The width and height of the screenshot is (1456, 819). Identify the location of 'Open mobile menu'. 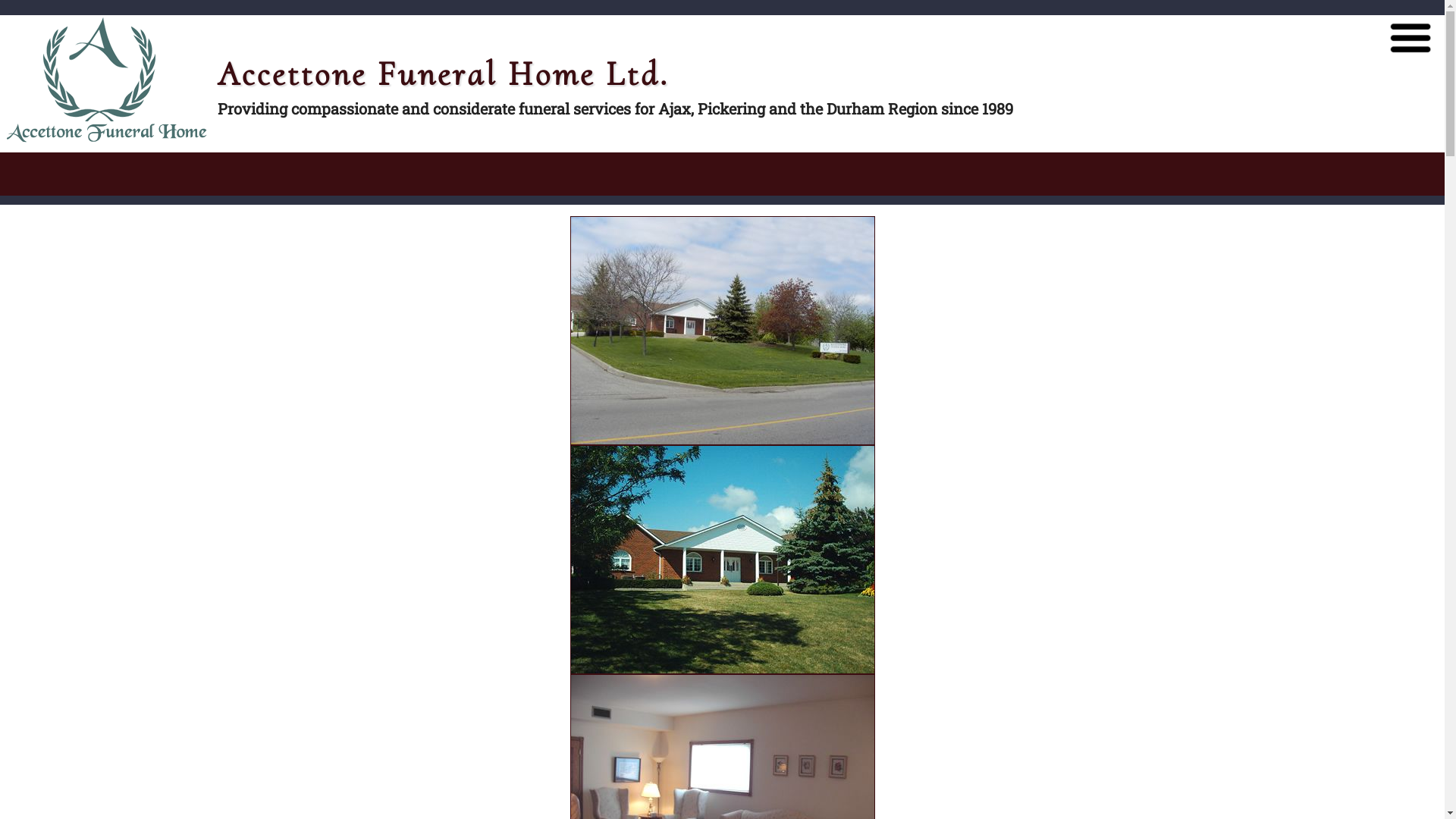
(1410, 37).